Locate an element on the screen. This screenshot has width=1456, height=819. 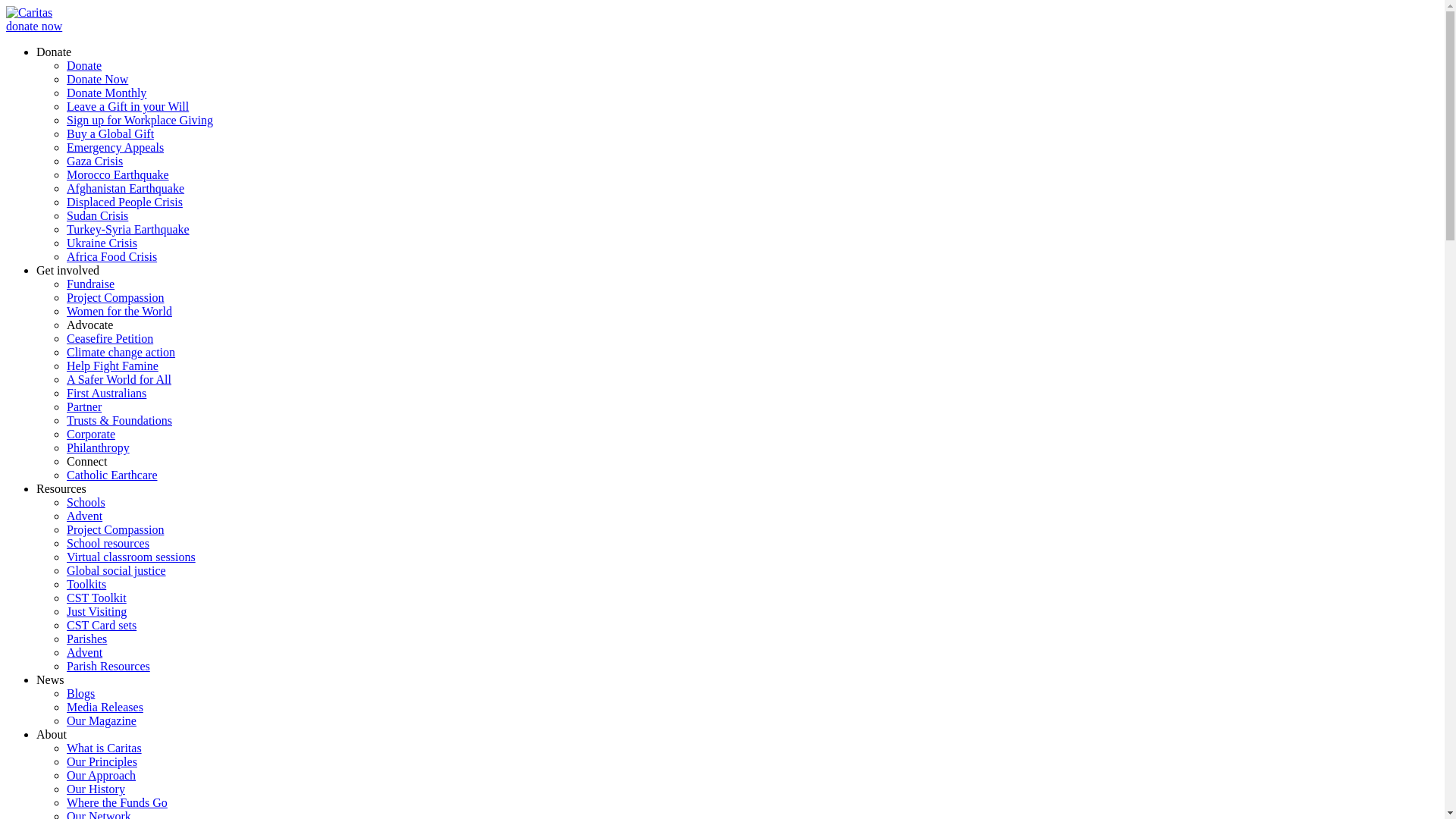
'Morocco Earthquake' is located at coordinates (117, 174).